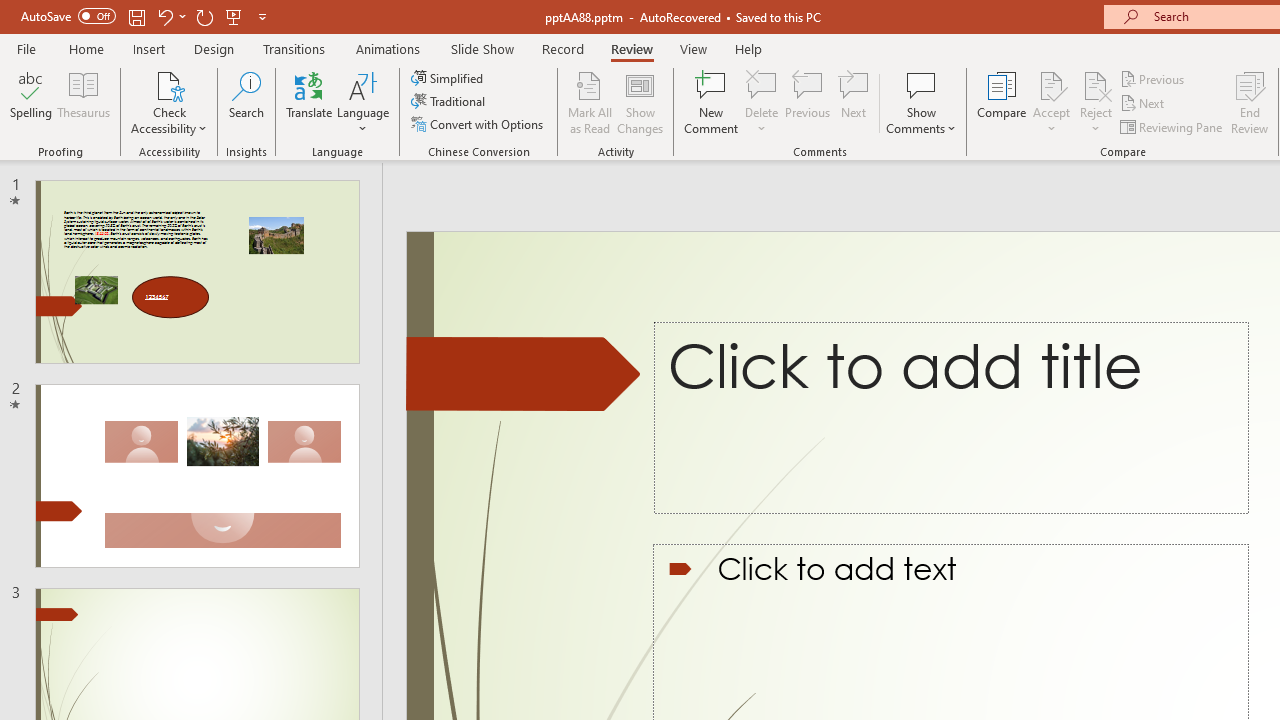 This screenshot has width=1280, height=720. What do you see at coordinates (761, 103) in the screenshot?
I see `'Delete'` at bounding box center [761, 103].